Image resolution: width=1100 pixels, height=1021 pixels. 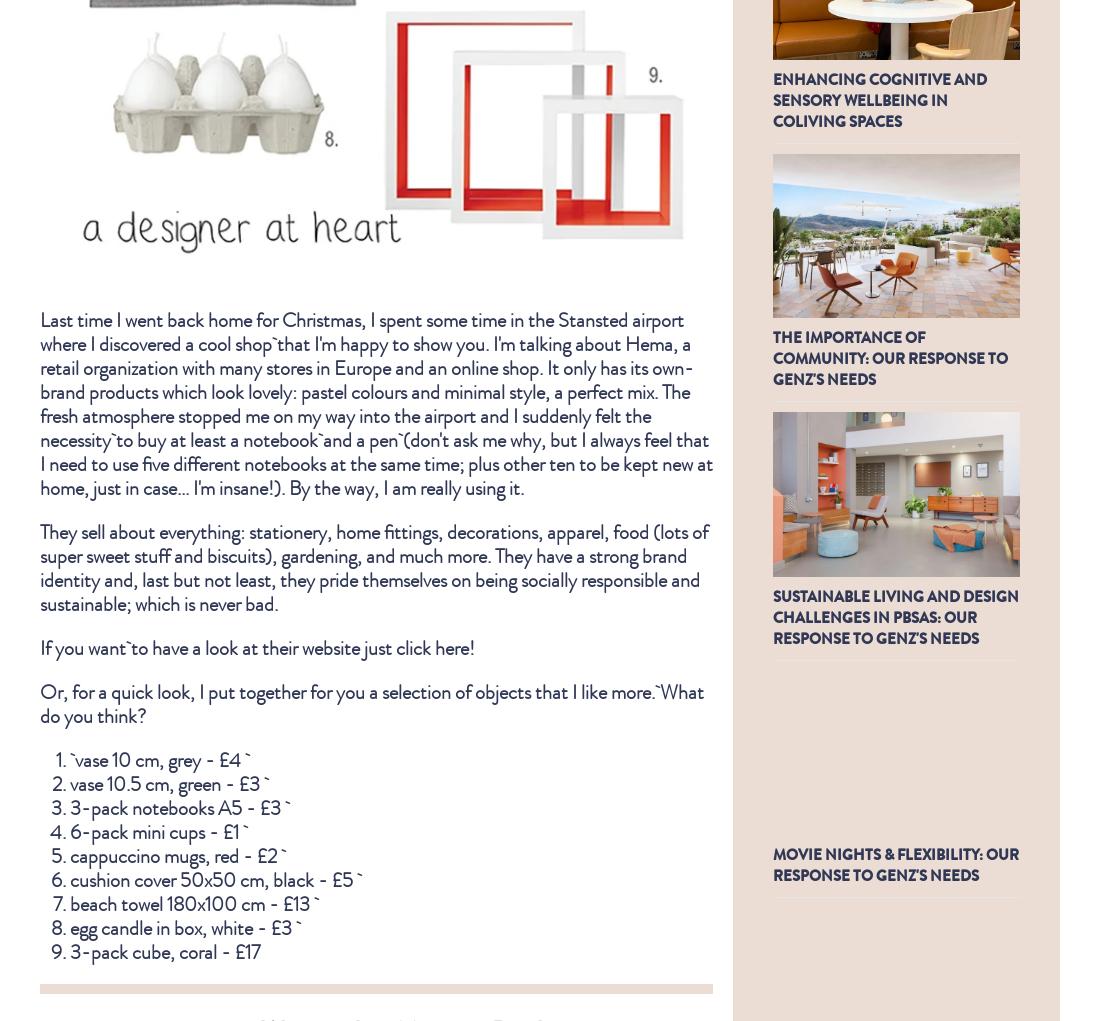 What do you see at coordinates (157, 830) in the screenshot?
I see `'6-pack mini cups - £1'` at bounding box center [157, 830].